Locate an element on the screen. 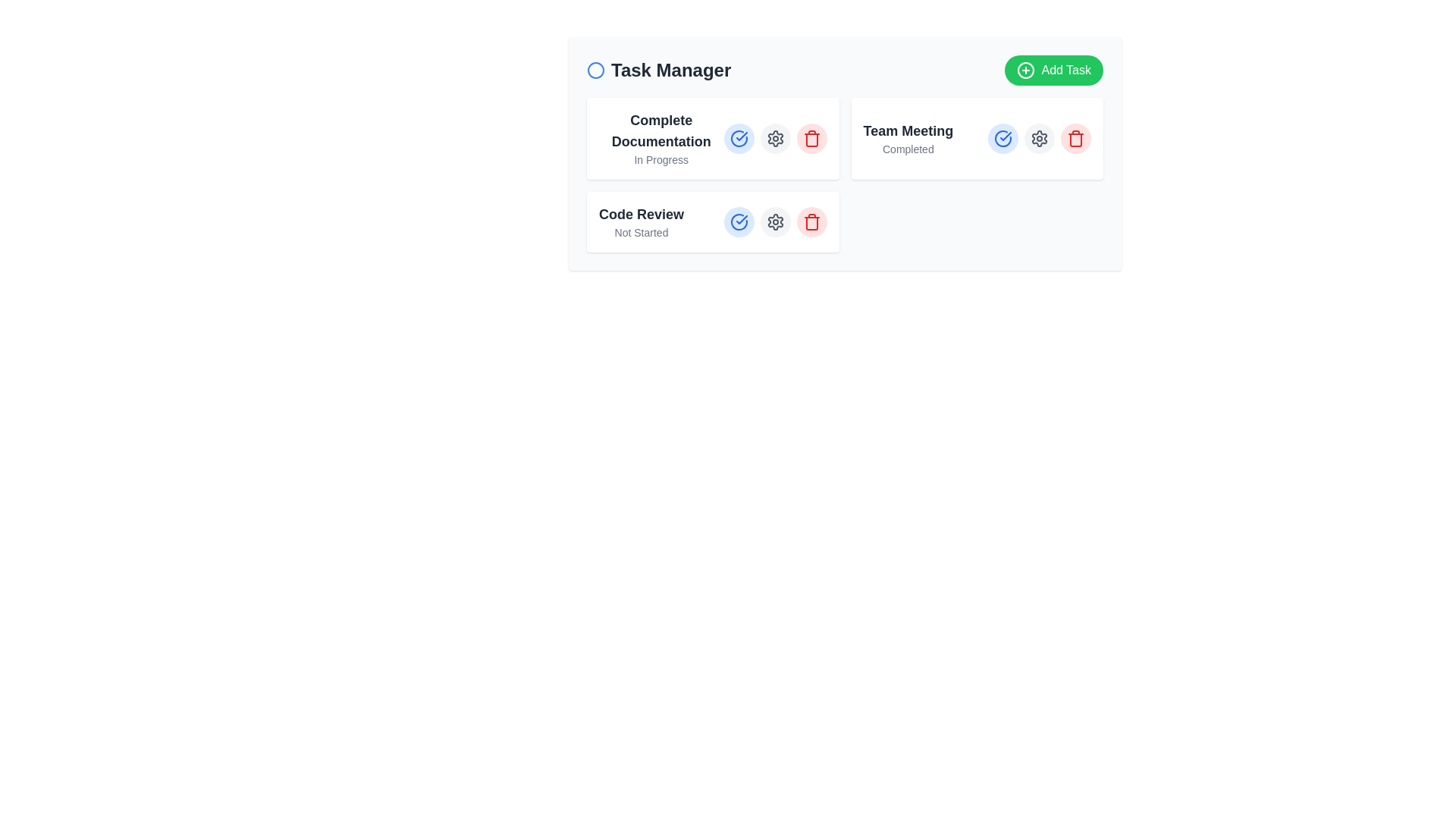 The height and width of the screenshot is (819, 1456). the circular red button with a trash icon, which is the third button in the horizontal row of action buttons is located at coordinates (1075, 138).